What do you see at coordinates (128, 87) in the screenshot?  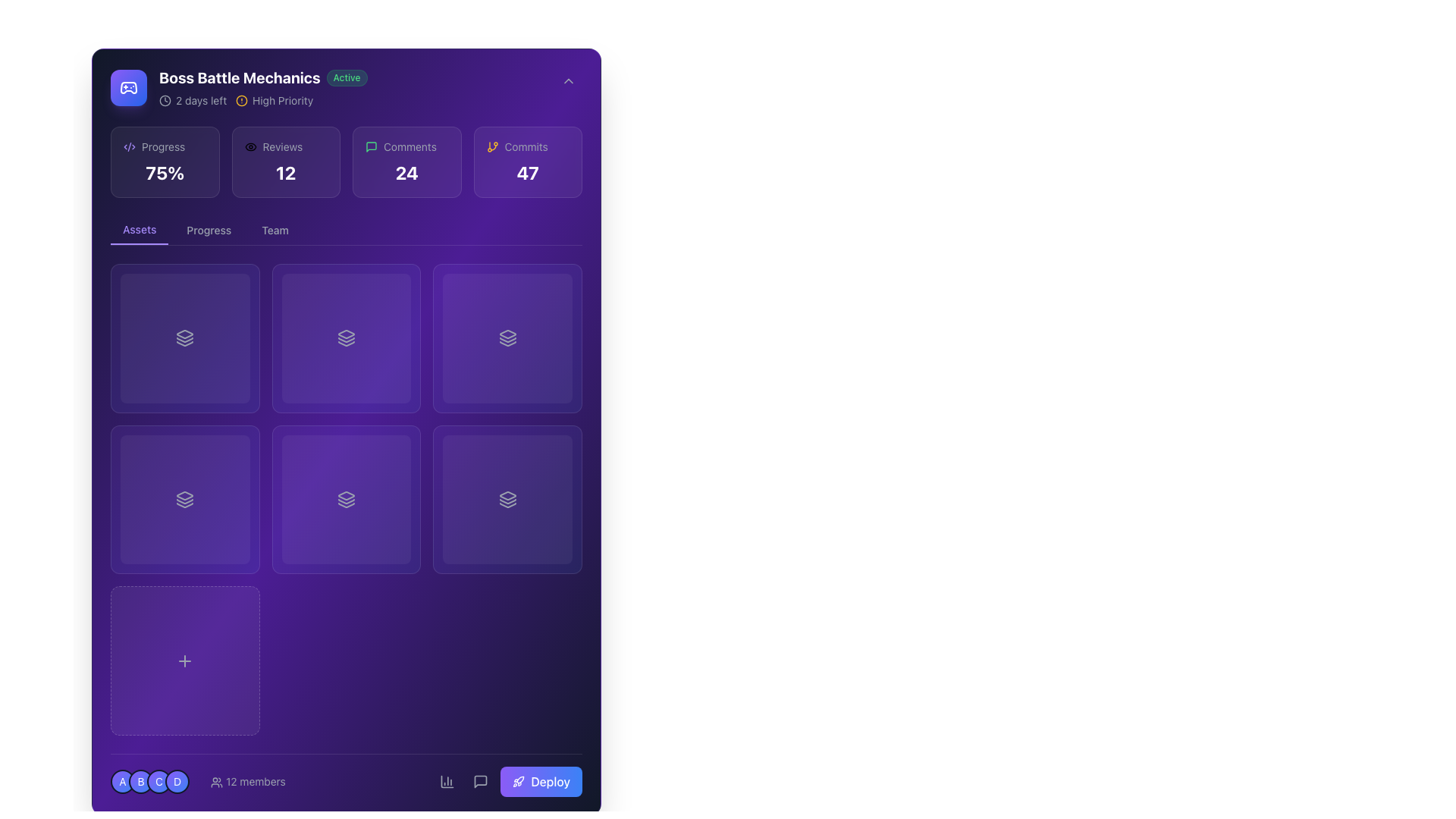 I see `the graphical representation of the gaming-related icon in the top-left corner next to the 'Boss Battle Mechanics' title` at bounding box center [128, 87].